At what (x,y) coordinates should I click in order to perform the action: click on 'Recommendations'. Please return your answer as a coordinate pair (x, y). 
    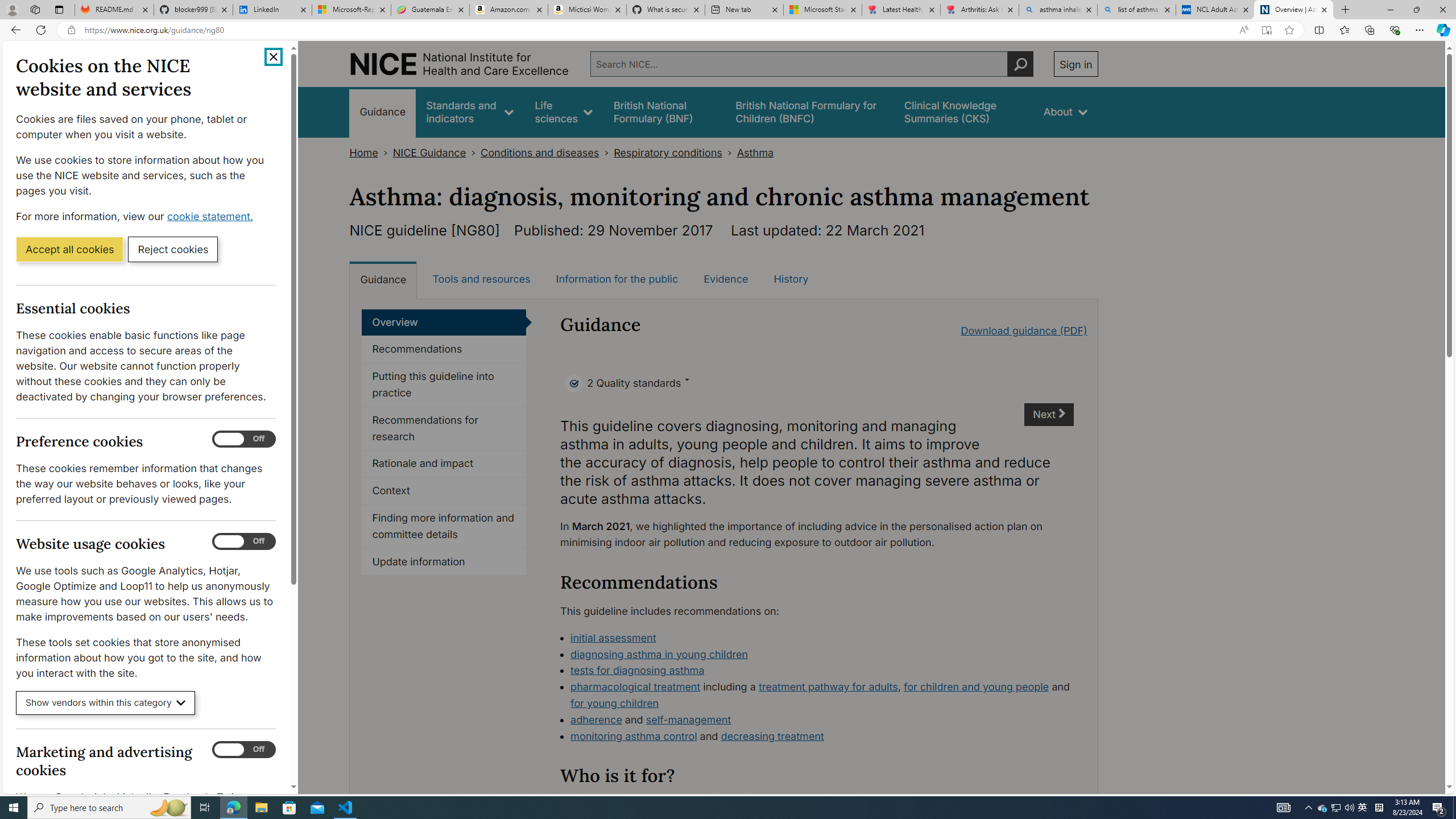
    Looking at the image, I should click on (443, 349).